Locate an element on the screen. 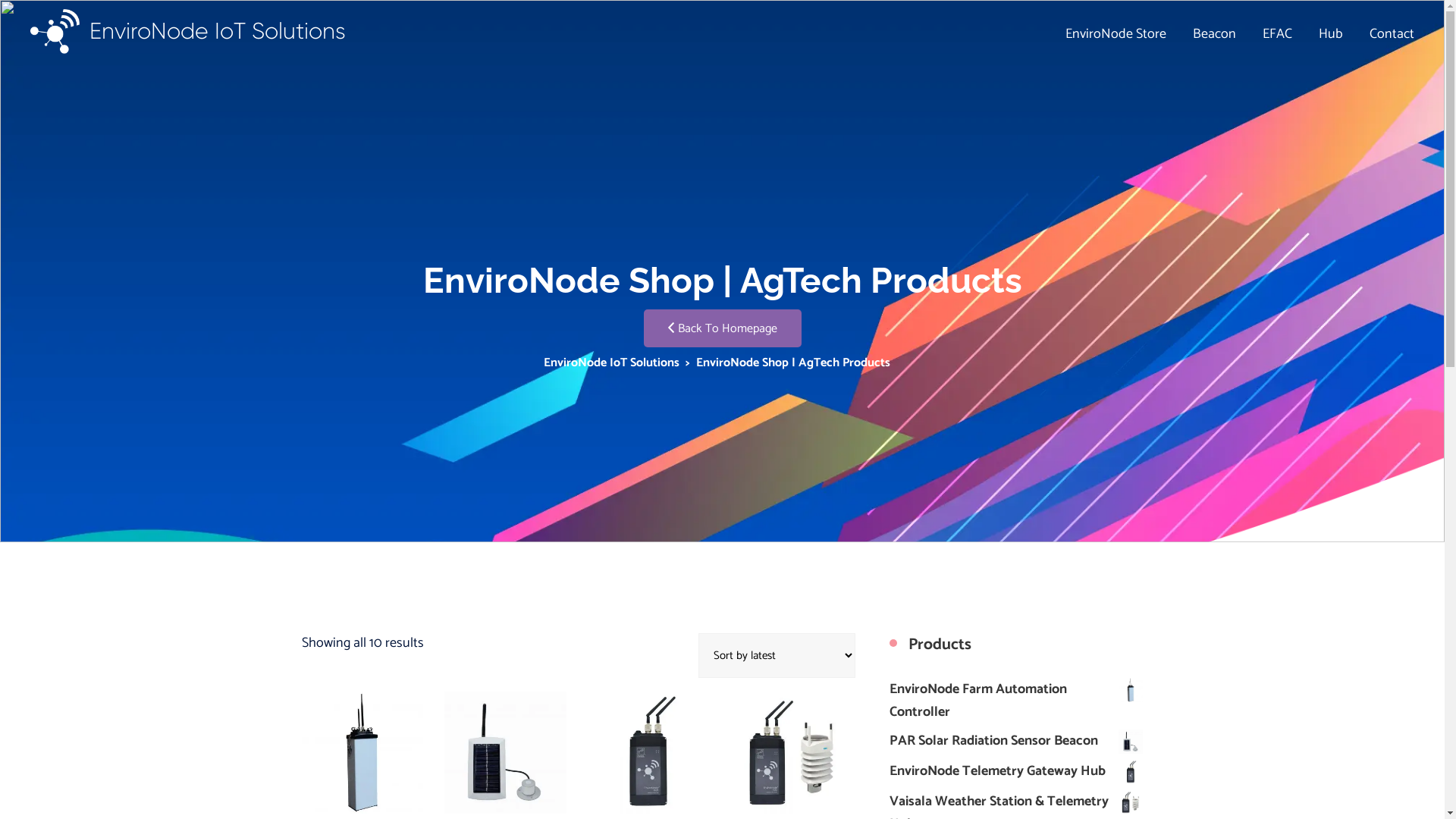 The height and width of the screenshot is (819, 1456). 'EnviroNode Store' is located at coordinates (1116, 34).